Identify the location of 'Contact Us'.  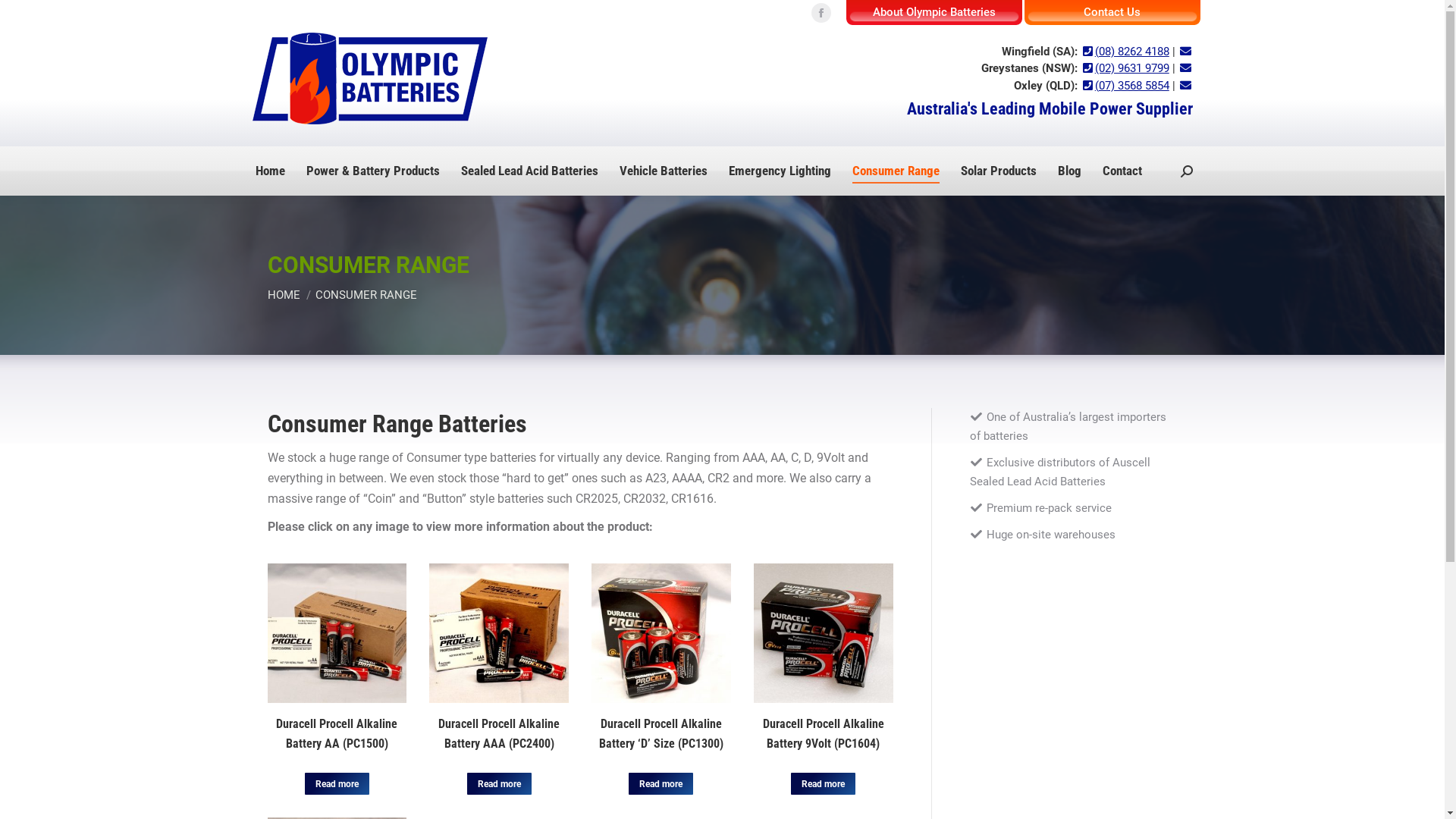
(1111, 12).